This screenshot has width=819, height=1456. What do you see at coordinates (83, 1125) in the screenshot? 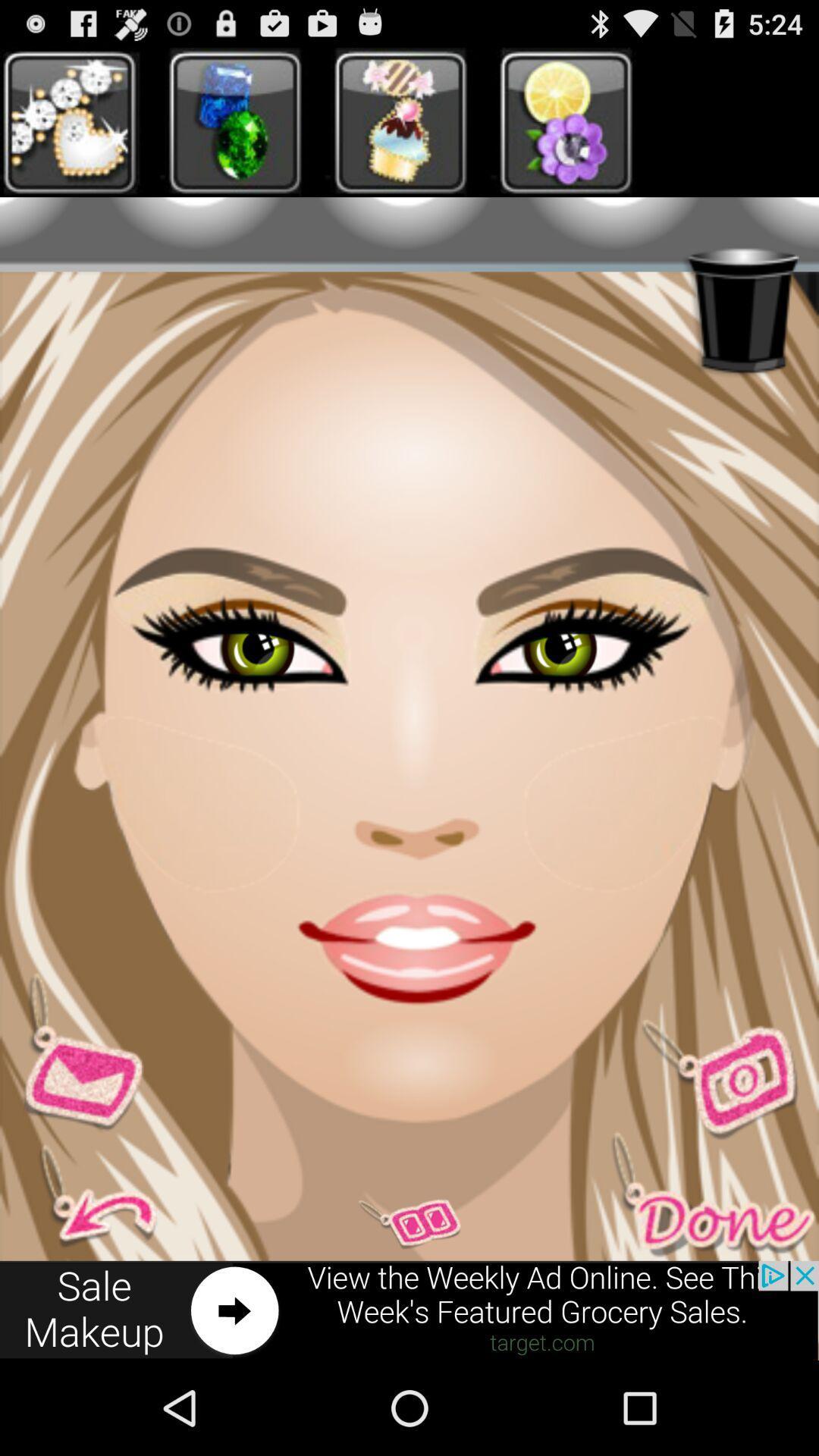
I see `the email icon` at bounding box center [83, 1125].